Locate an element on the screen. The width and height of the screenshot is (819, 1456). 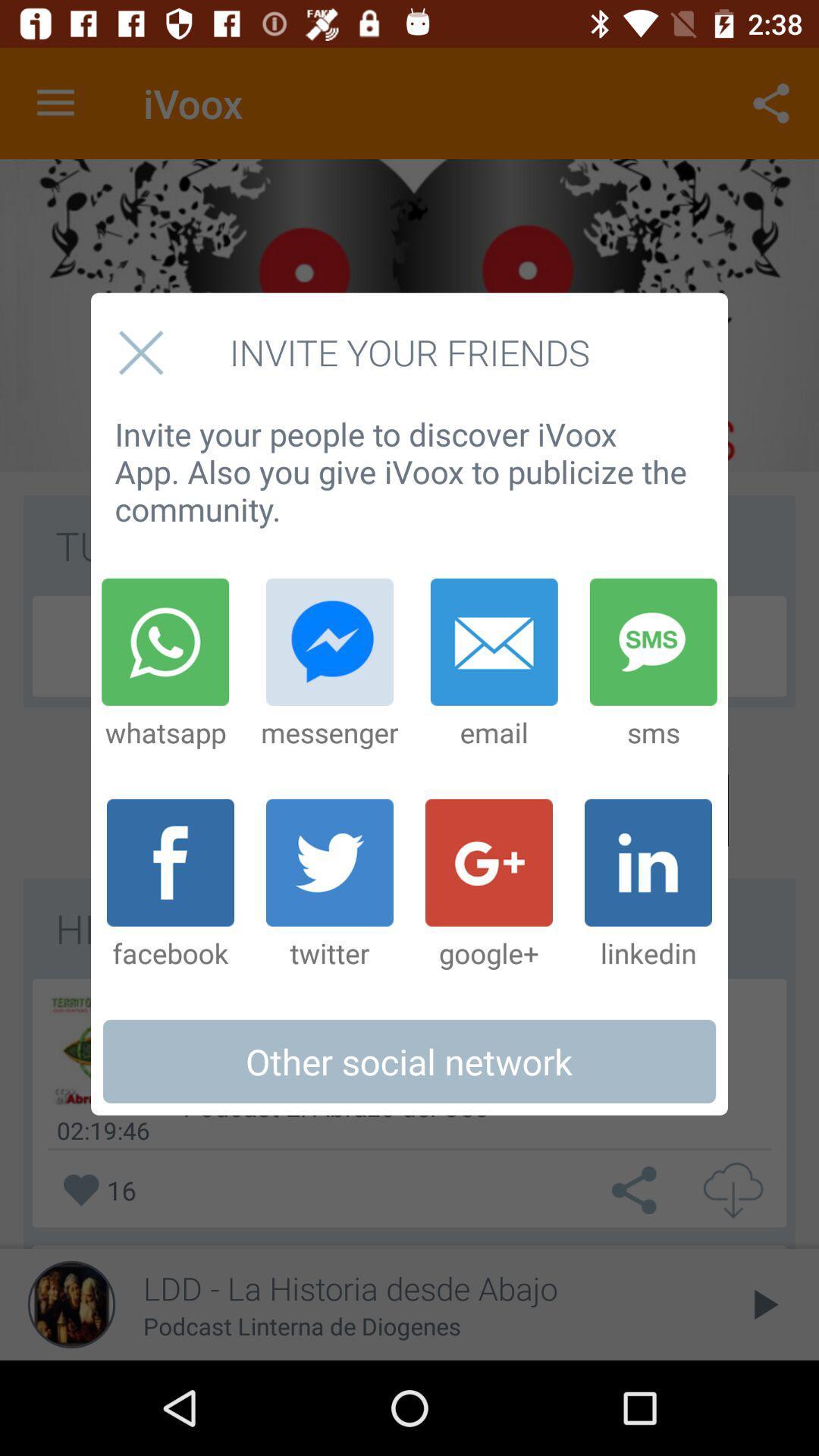
item to the left of the twitter is located at coordinates (170, 885).